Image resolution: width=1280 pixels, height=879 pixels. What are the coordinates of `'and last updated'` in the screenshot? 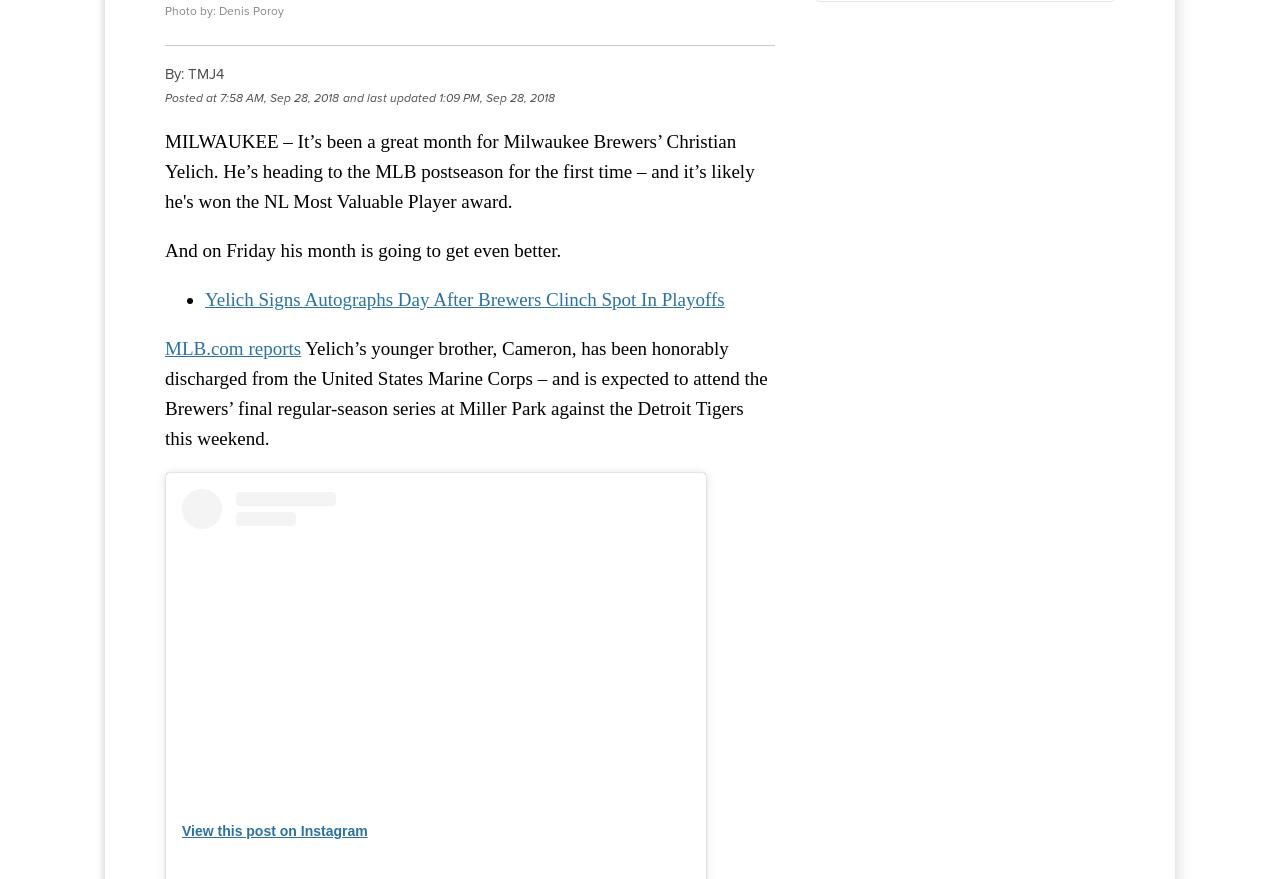 It's located at (389, 97).